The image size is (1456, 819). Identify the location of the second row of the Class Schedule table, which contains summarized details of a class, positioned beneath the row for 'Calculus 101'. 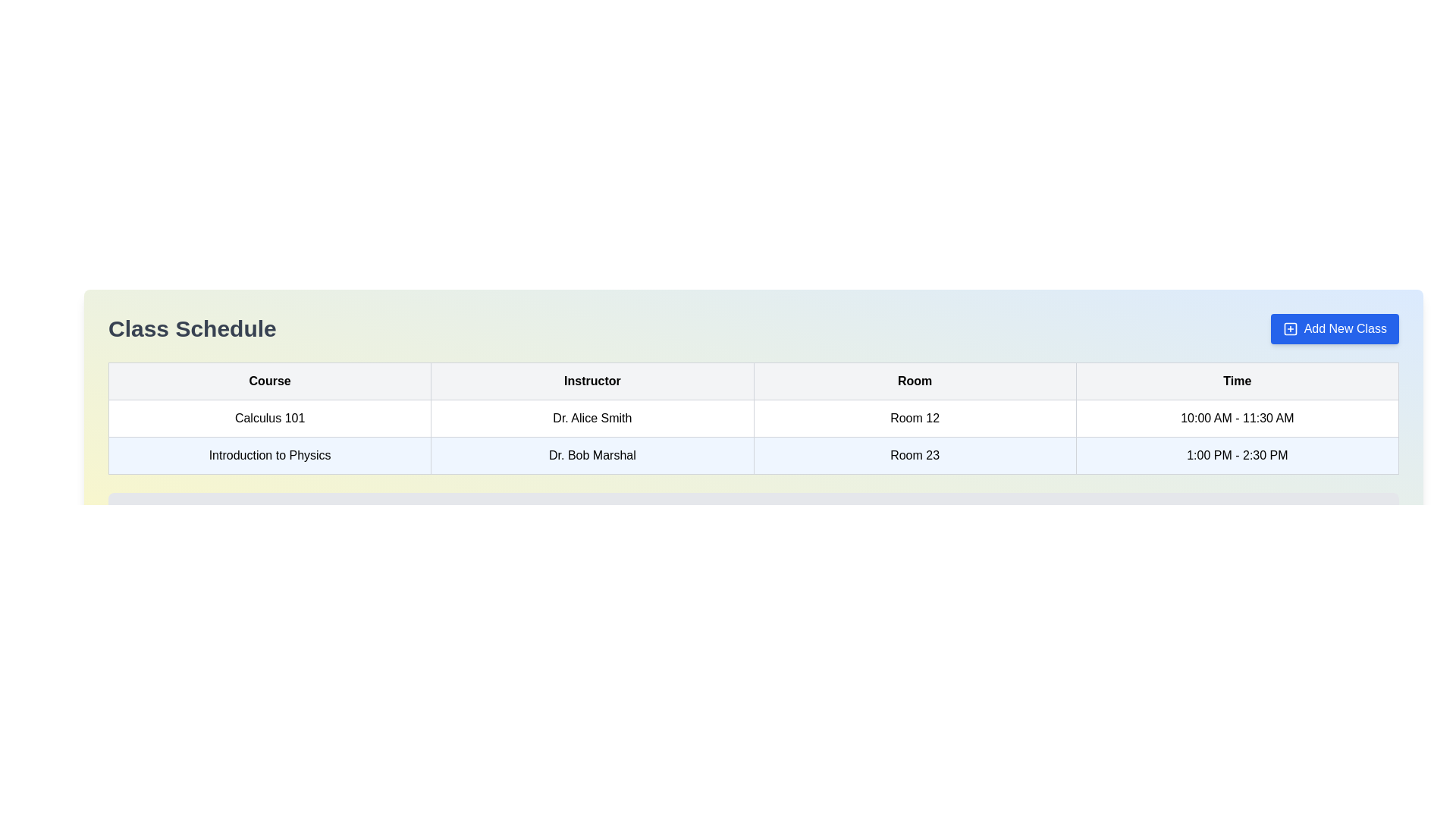
(753, 455).